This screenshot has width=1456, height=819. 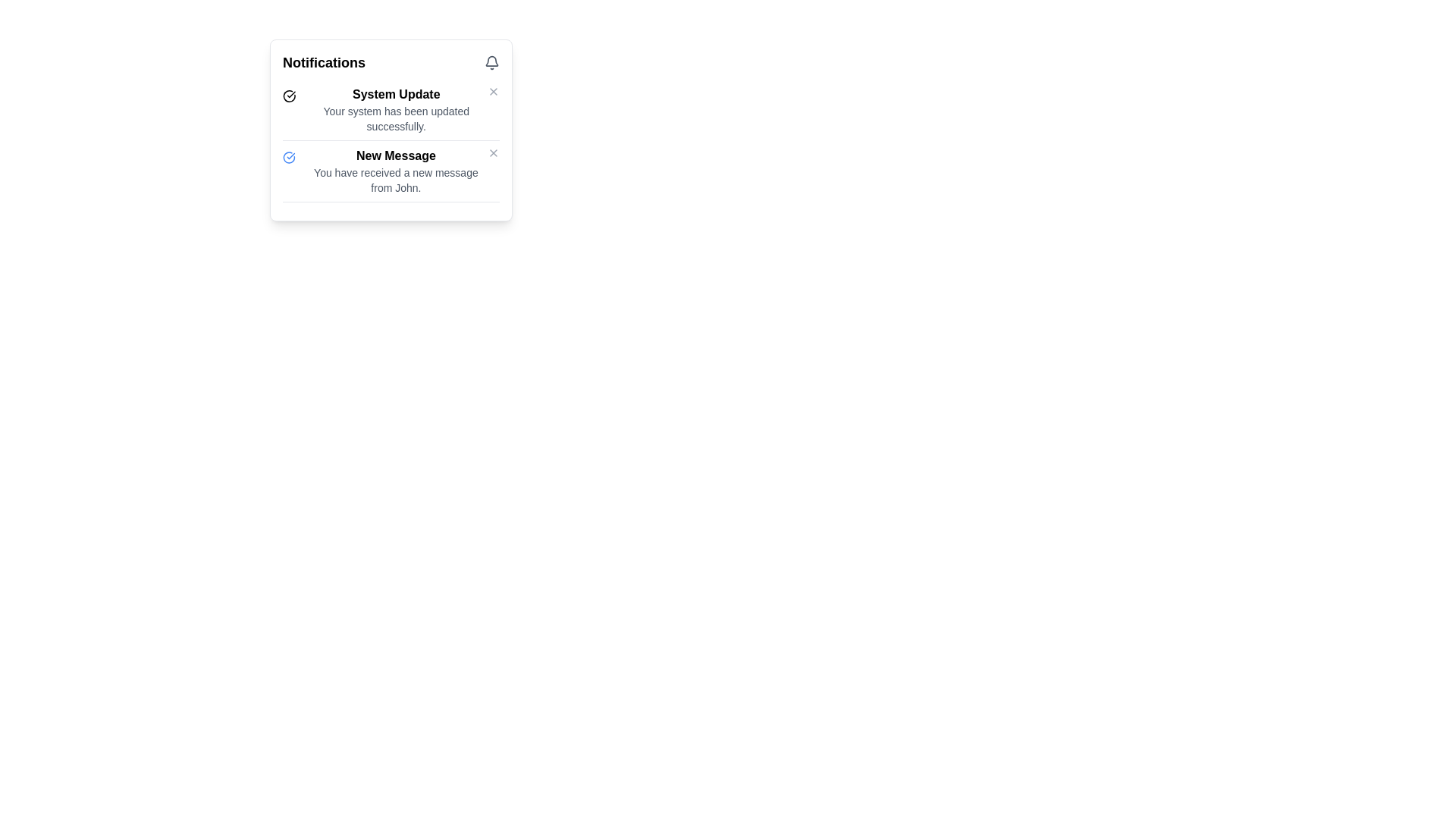 I want to click on the Notification item titled 'New Message' which notifies about a new message from John, so click(x=396, y=171).